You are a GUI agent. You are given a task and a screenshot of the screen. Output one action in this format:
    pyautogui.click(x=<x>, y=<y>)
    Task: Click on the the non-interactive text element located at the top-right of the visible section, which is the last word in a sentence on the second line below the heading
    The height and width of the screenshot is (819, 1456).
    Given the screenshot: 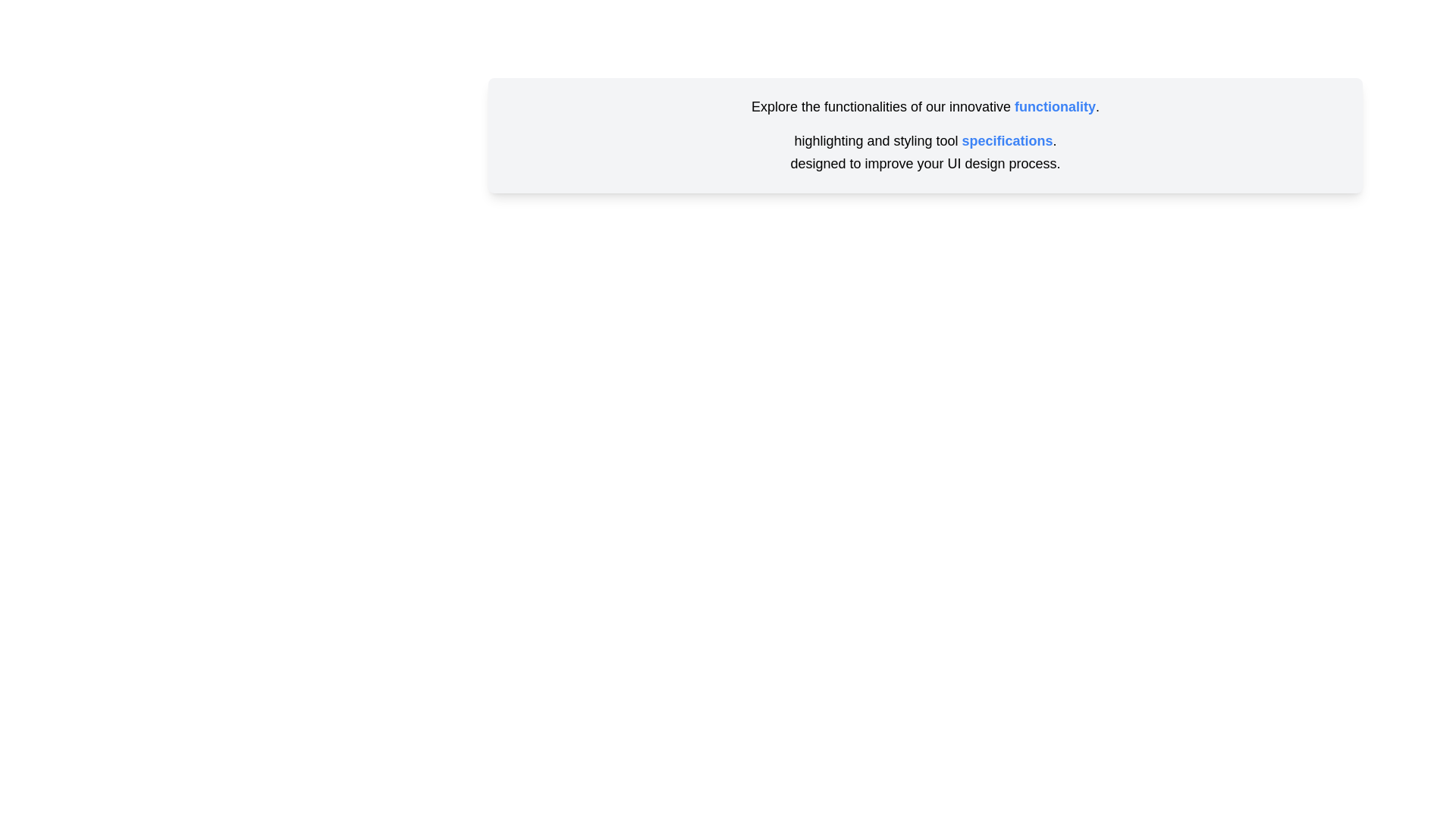 What is the action you would take?
    pyautogui.click(x=1007, y=141)
    